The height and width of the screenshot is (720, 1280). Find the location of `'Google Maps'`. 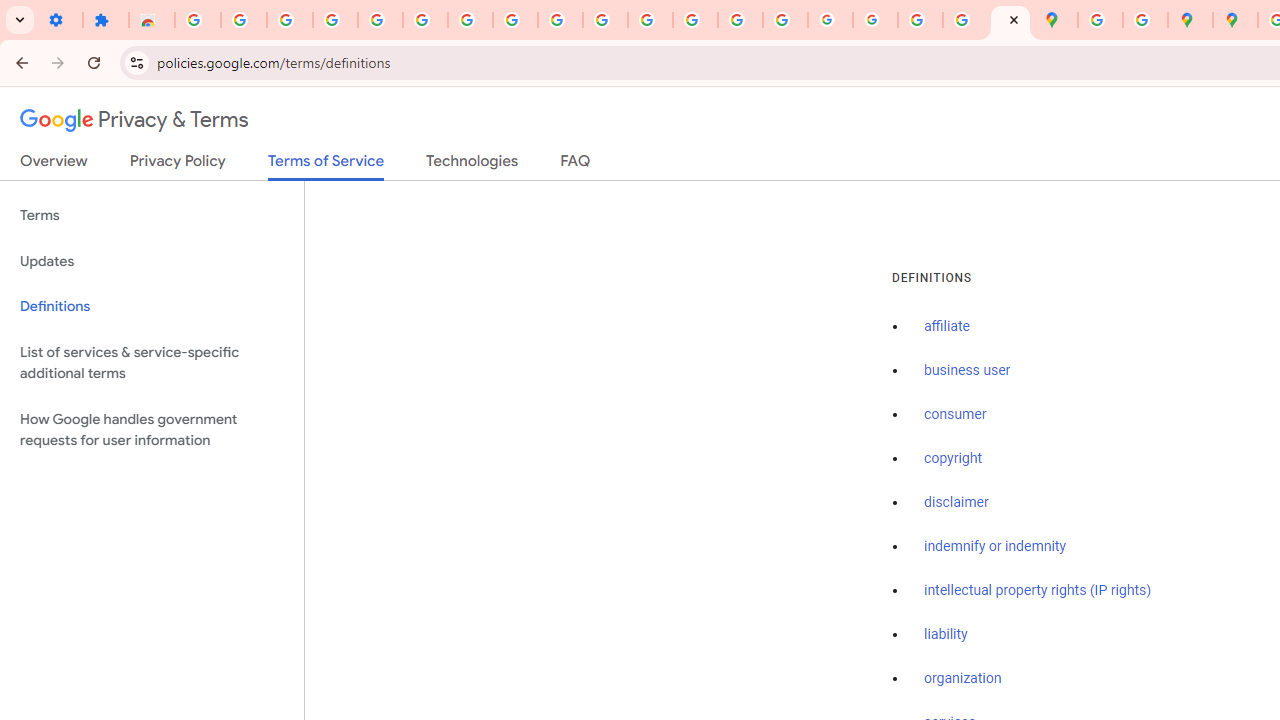

'Google Maps' is located at coordinates (1054, 20).